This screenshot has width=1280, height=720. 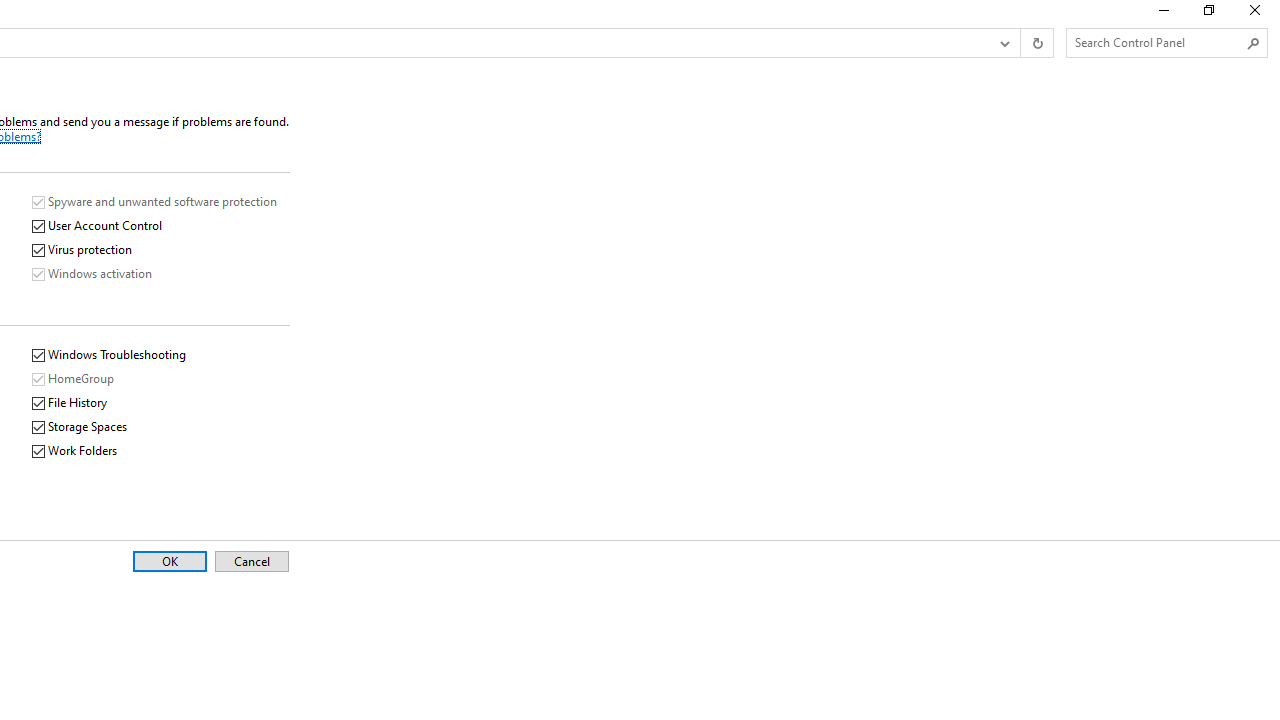 What do you see at coordinates (169, 561) in the screenshot?
I see `'OK'` at bounding box center [169, 561].